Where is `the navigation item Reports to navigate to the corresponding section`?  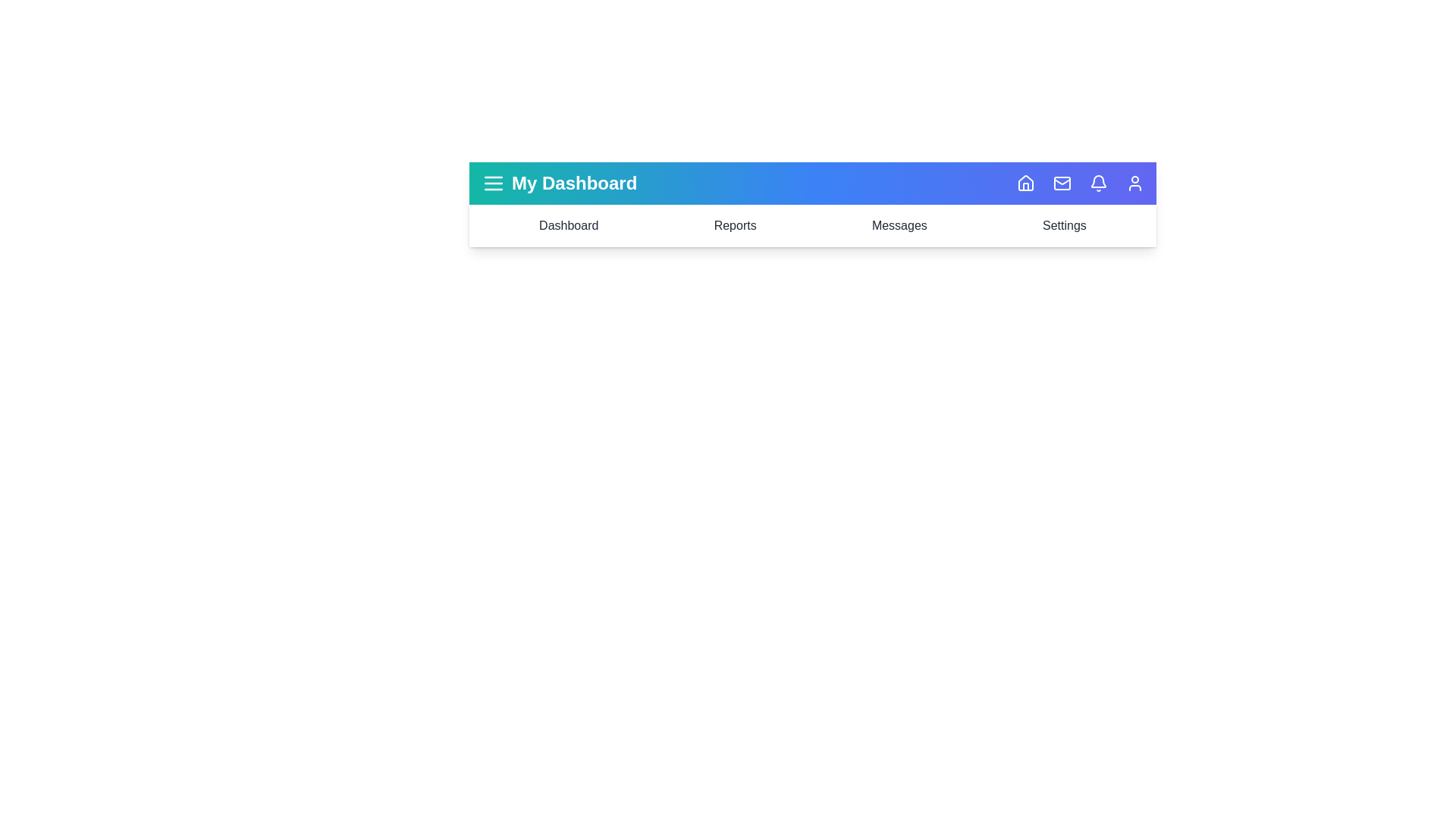
the navigation item Reports to navigate to the corresponding section is located at coordinates (735, 225).